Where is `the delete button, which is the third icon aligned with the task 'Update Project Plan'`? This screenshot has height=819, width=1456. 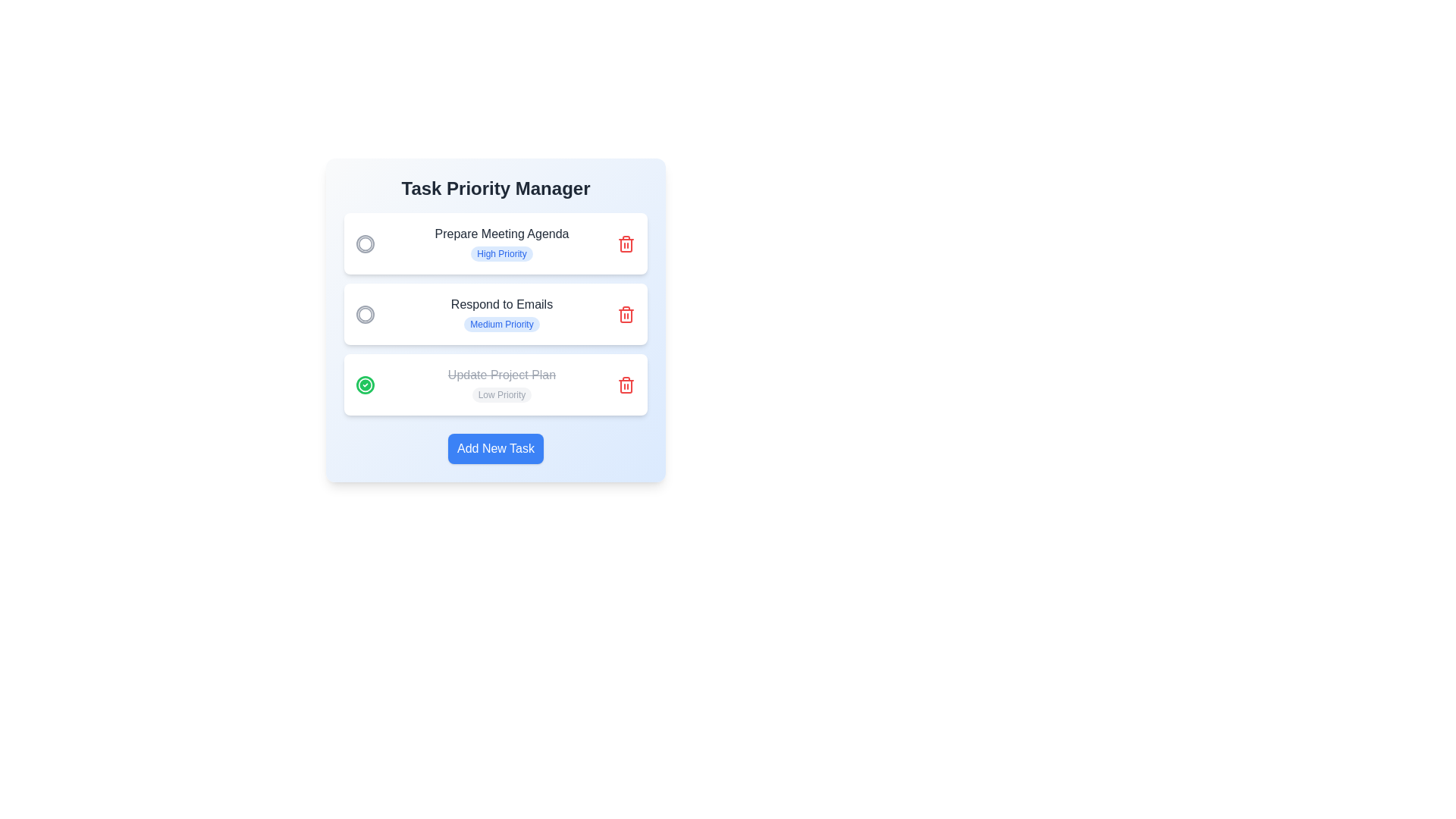 the delete button, which is the third icon aligned with the task 'Update Project Plan' is located at coordinates (626, 385).